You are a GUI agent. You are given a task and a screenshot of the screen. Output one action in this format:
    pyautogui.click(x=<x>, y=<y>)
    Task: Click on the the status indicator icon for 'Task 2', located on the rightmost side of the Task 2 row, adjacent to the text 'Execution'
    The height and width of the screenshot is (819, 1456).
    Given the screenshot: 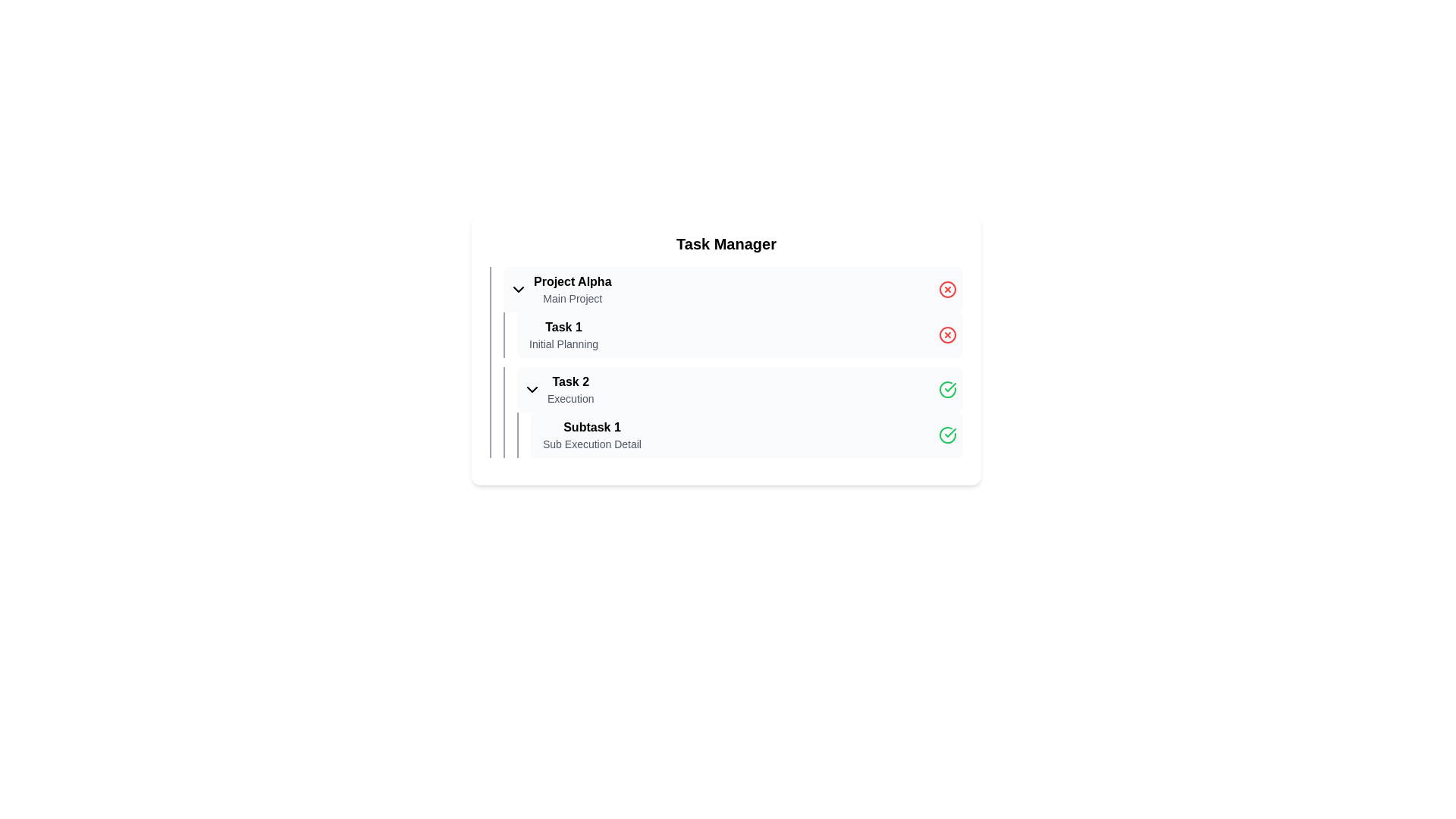 What is the action you would take?
    pyautogui.click(x=946, y=388)
    